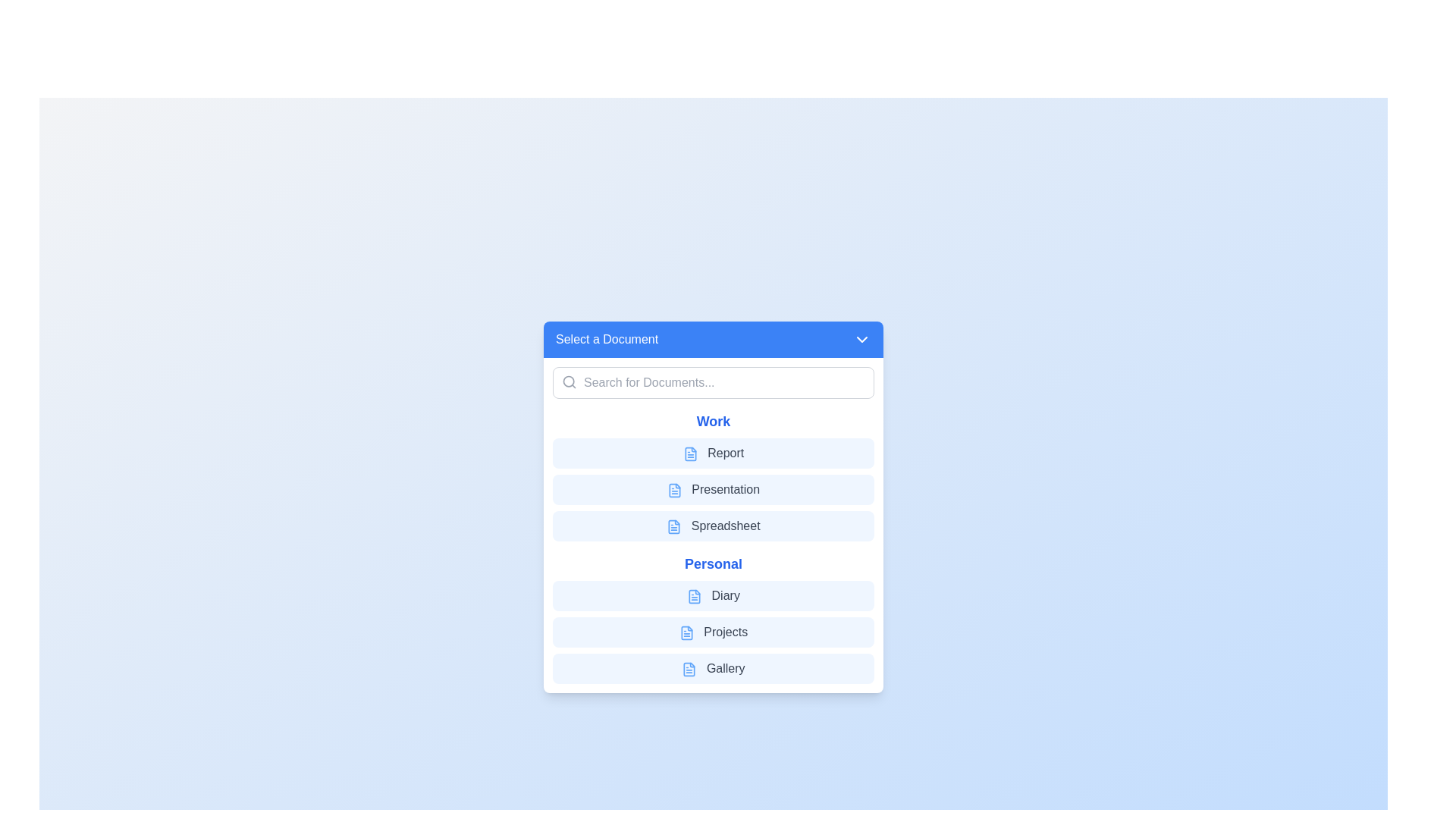 Image resolution: width=1456 pixels, height=819 pixels. I want to click on the blue document SVG icon located to the left of the word 'Gallery' in the 'Personal' section, so click(689, 668).